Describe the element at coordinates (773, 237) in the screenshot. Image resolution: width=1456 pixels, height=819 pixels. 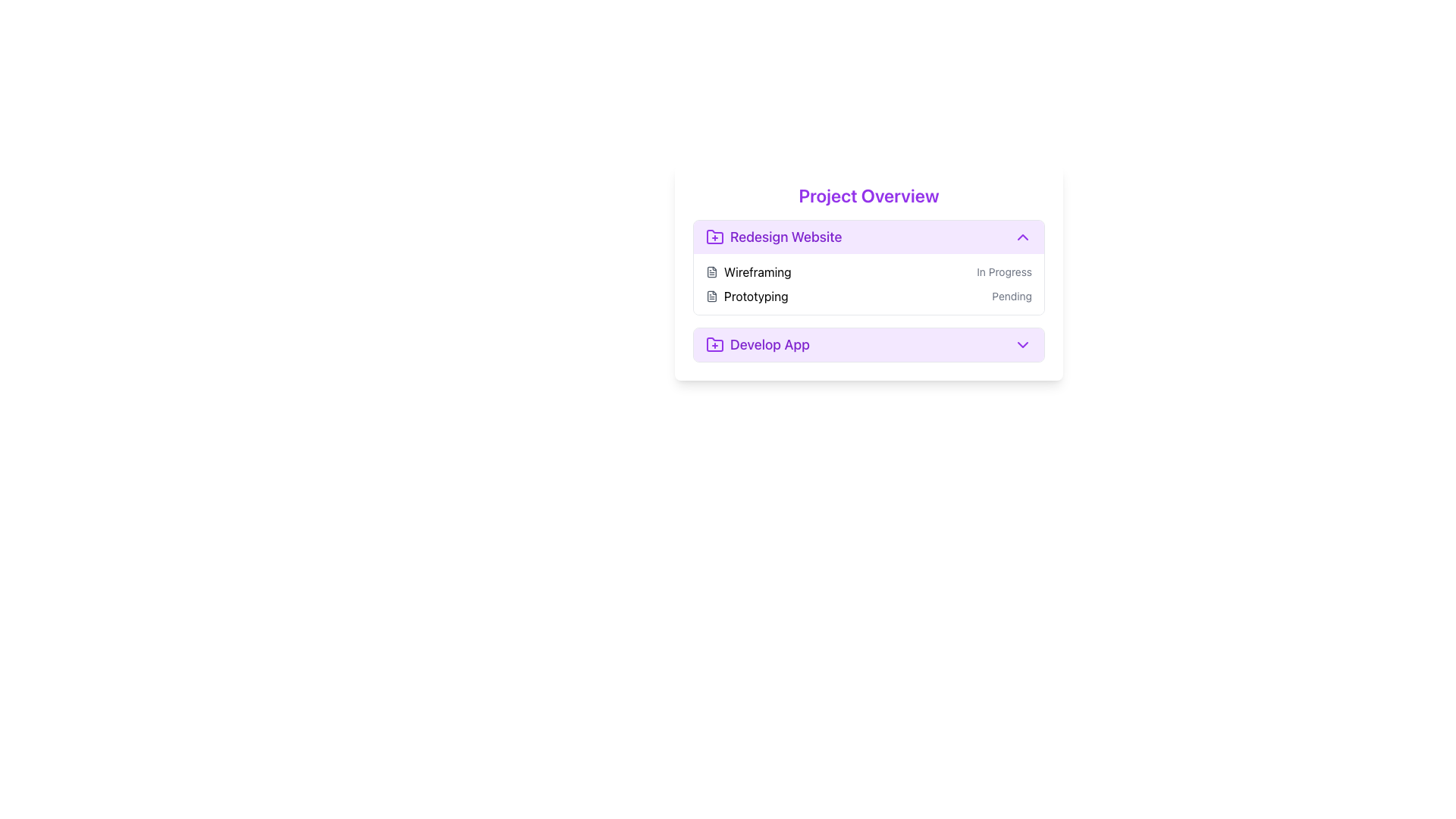
I see `the 'Redesign Website' task label, which features a purple folder icon with a plus sign and bold purple text` at that location.